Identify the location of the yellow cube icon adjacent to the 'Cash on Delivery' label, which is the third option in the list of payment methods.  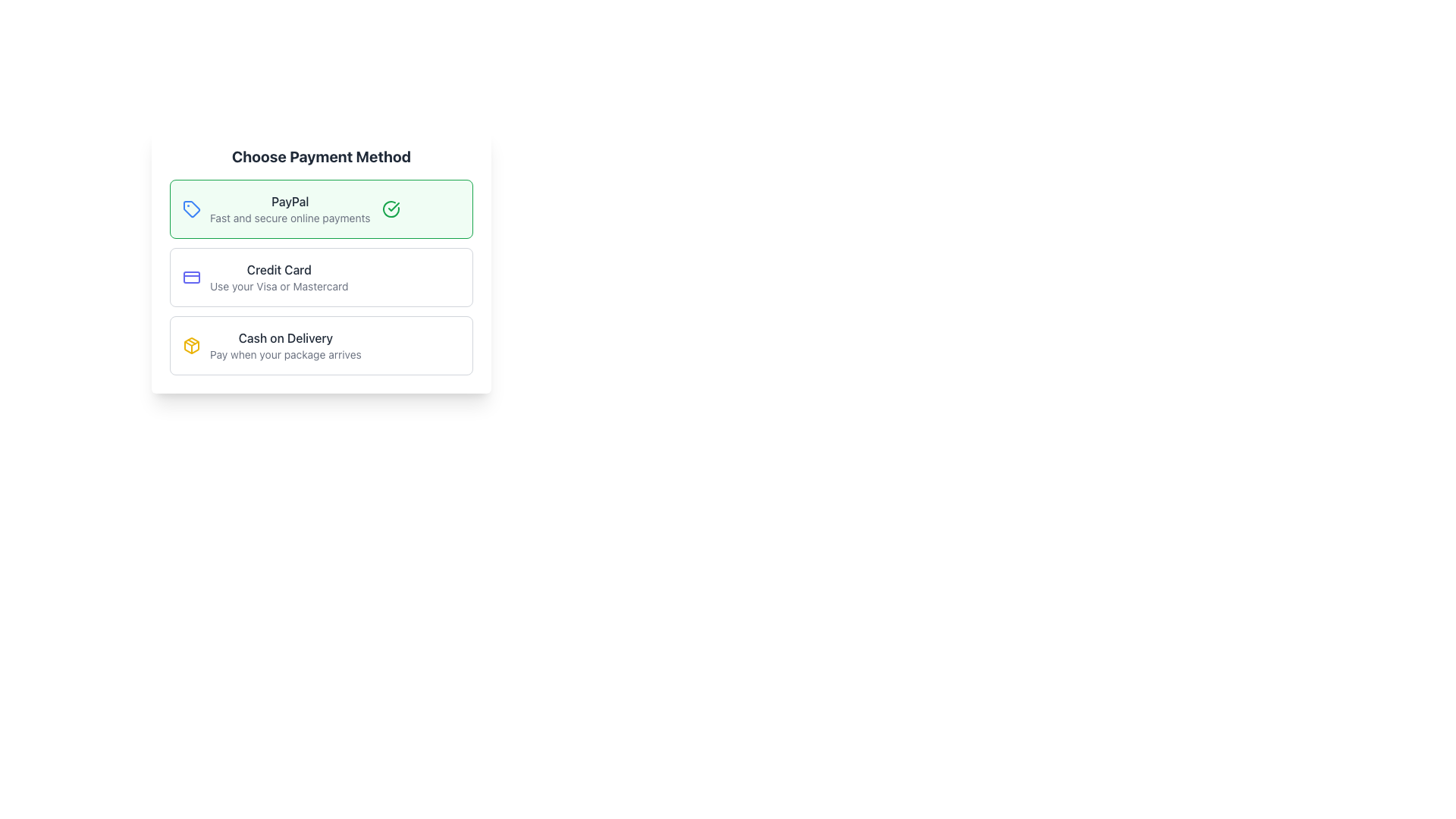
(191, 345).